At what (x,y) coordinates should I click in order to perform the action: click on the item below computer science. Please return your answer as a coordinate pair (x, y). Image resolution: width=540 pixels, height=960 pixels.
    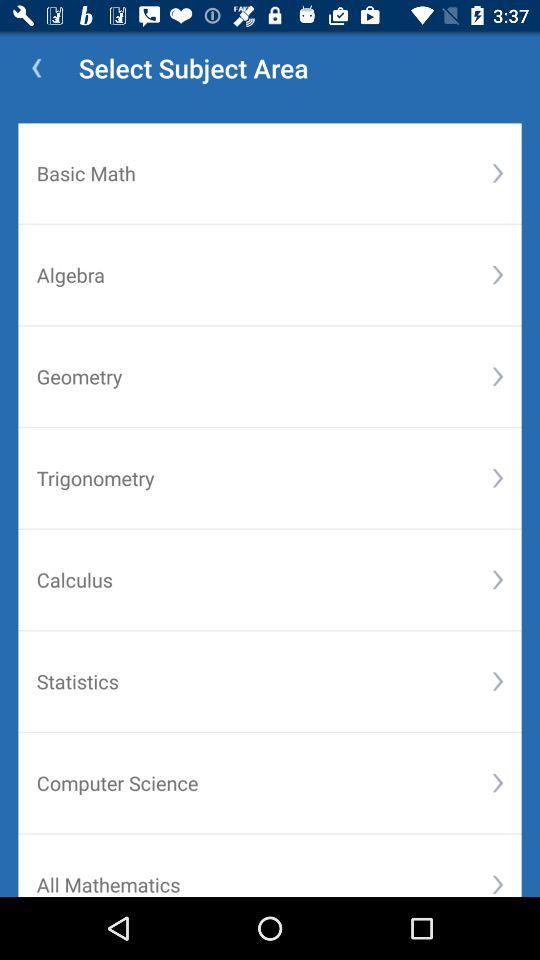
    Looking at the image, I should click on (496, 883).